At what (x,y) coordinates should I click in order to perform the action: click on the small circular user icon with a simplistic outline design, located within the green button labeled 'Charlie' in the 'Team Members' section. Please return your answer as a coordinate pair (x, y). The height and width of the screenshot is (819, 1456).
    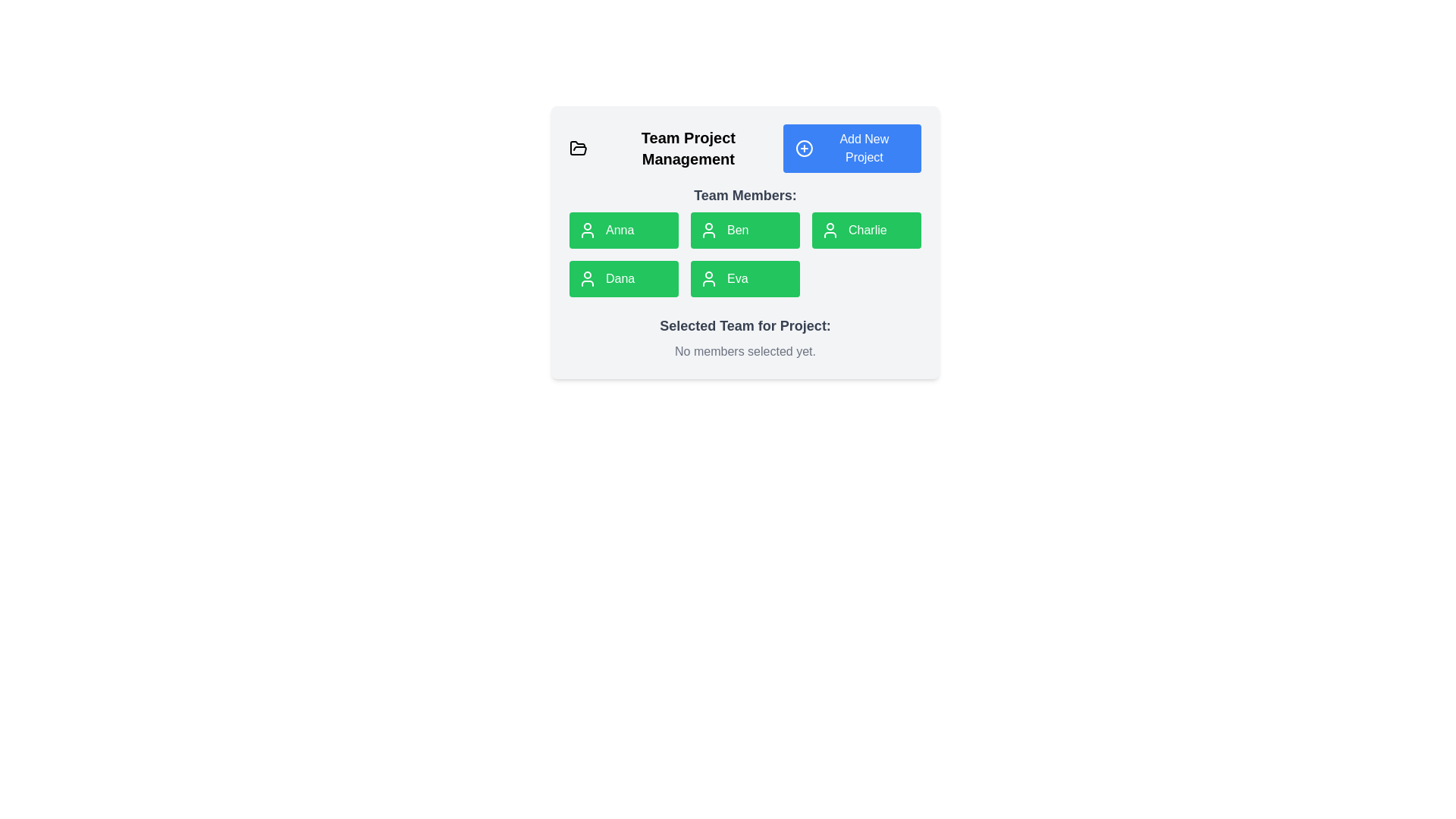
    Looking at the image, I should click on (829, 231).